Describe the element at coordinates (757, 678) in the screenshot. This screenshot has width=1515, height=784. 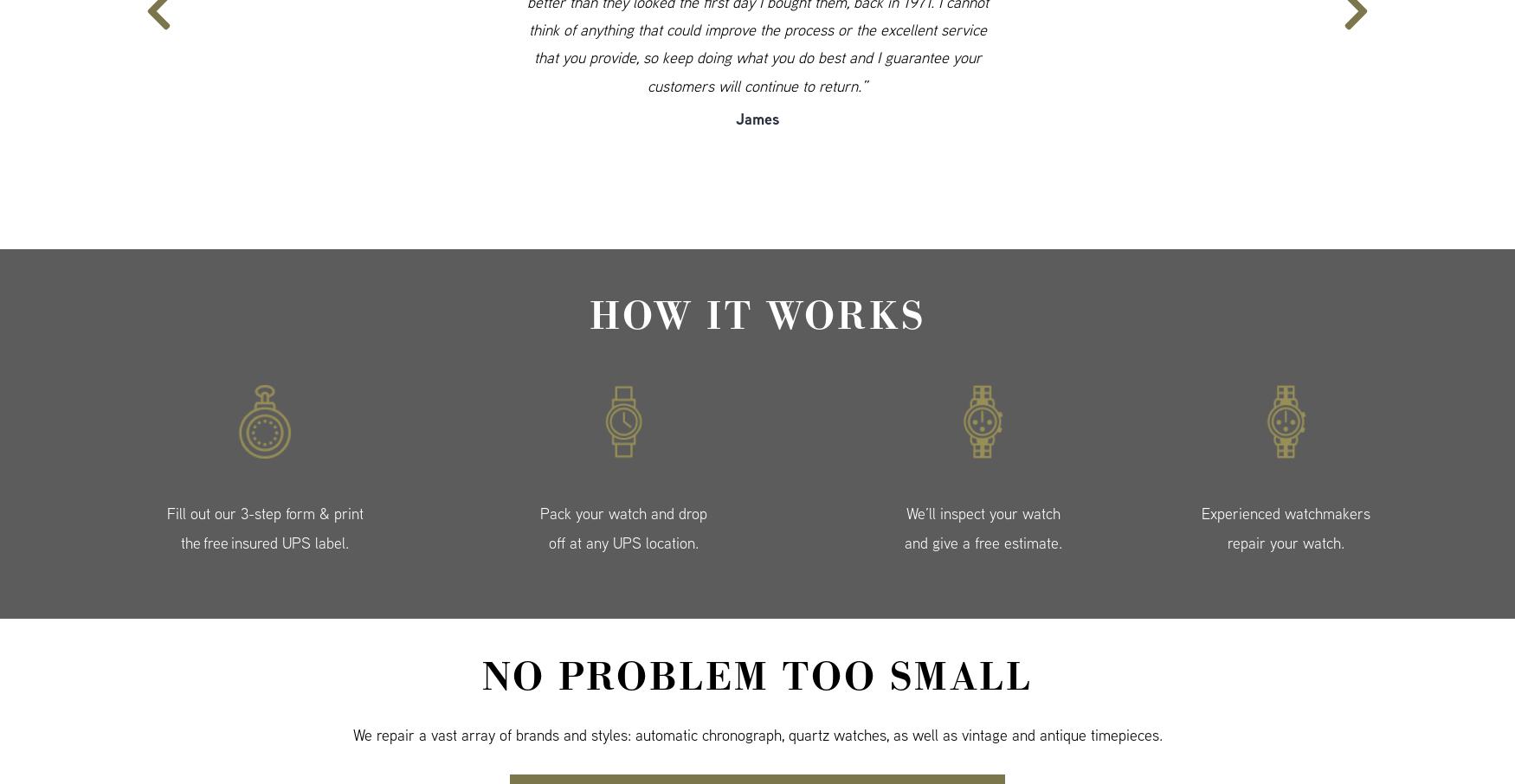
I see `'No Problem Too Small'` at that location.